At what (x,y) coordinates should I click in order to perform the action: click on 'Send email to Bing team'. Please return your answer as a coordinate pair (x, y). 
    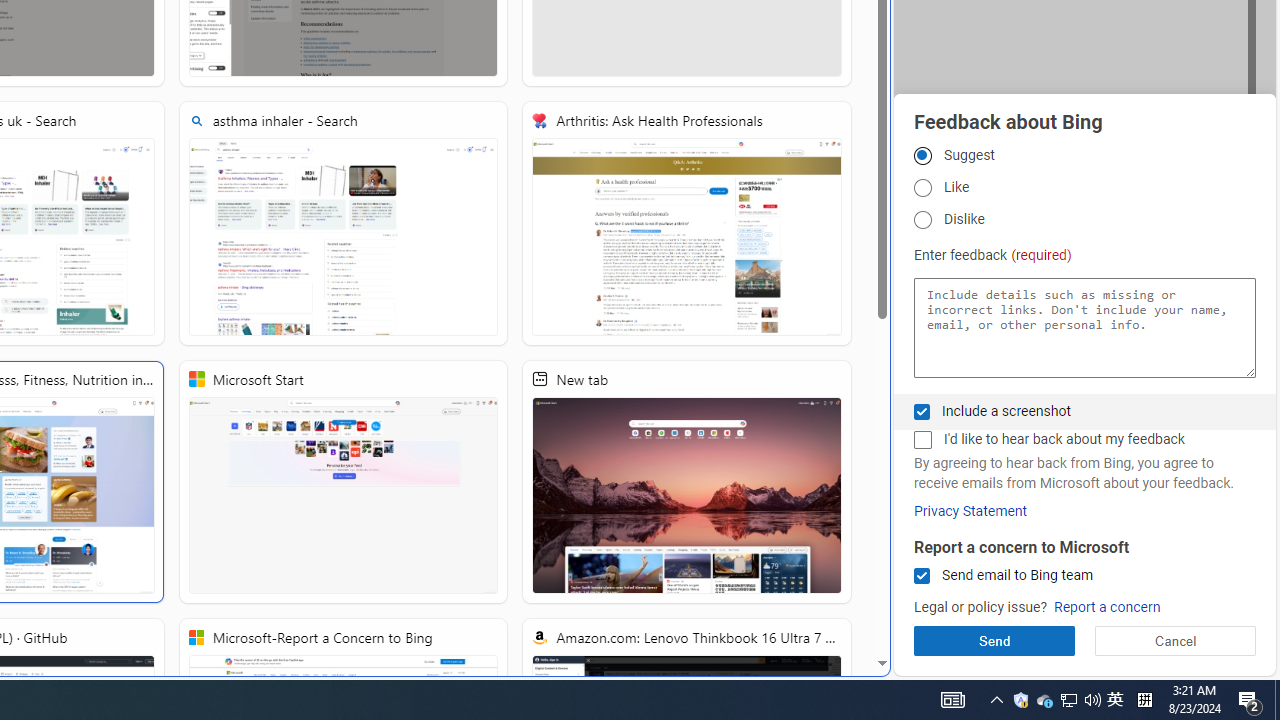
    Looking at the image, I should click on (921, 576).